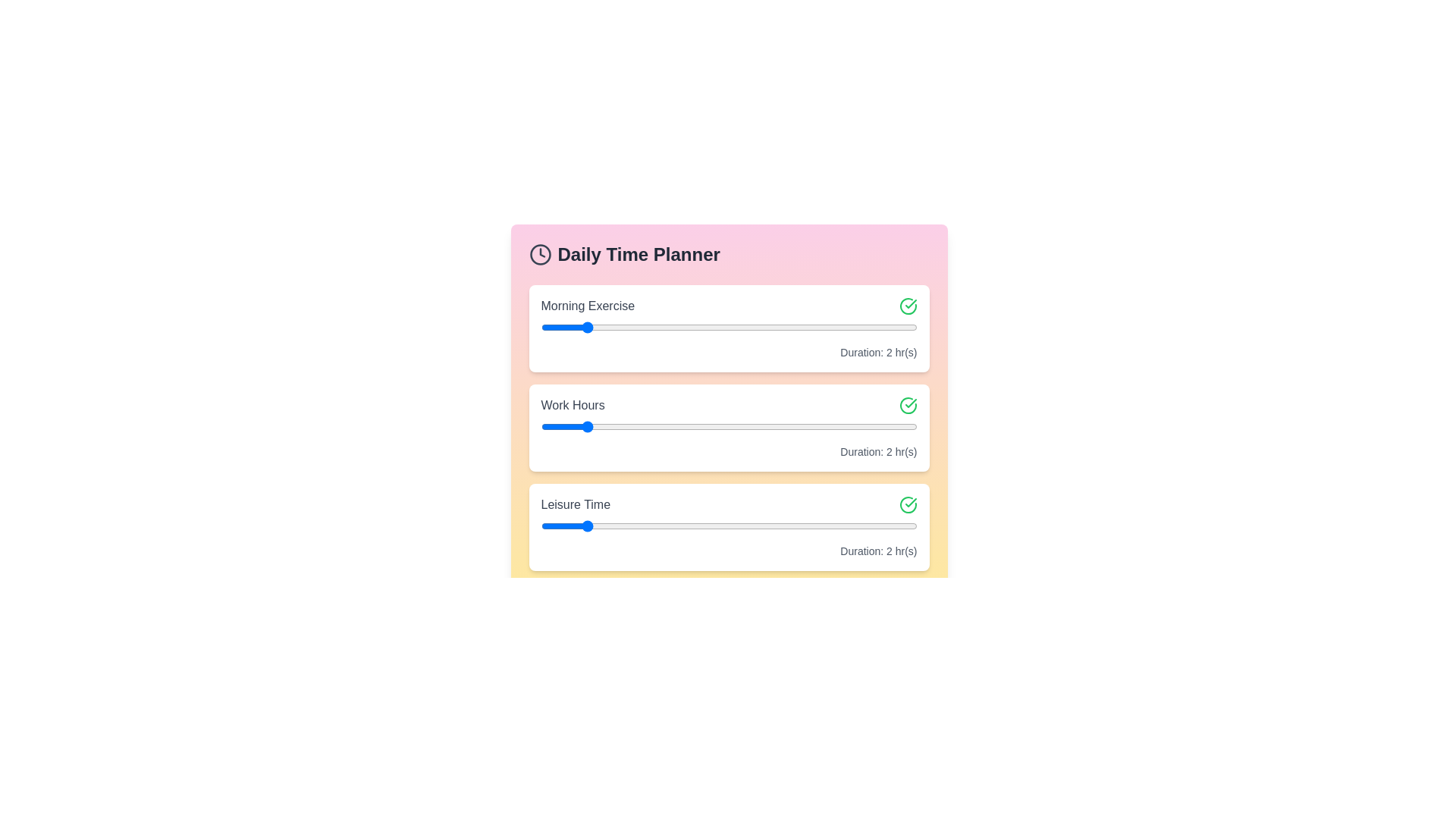 The height and width of the screenshot is (819, 1456). I want to click on the checkmark icon next to the task 'Work Hours', so click(908, 405).